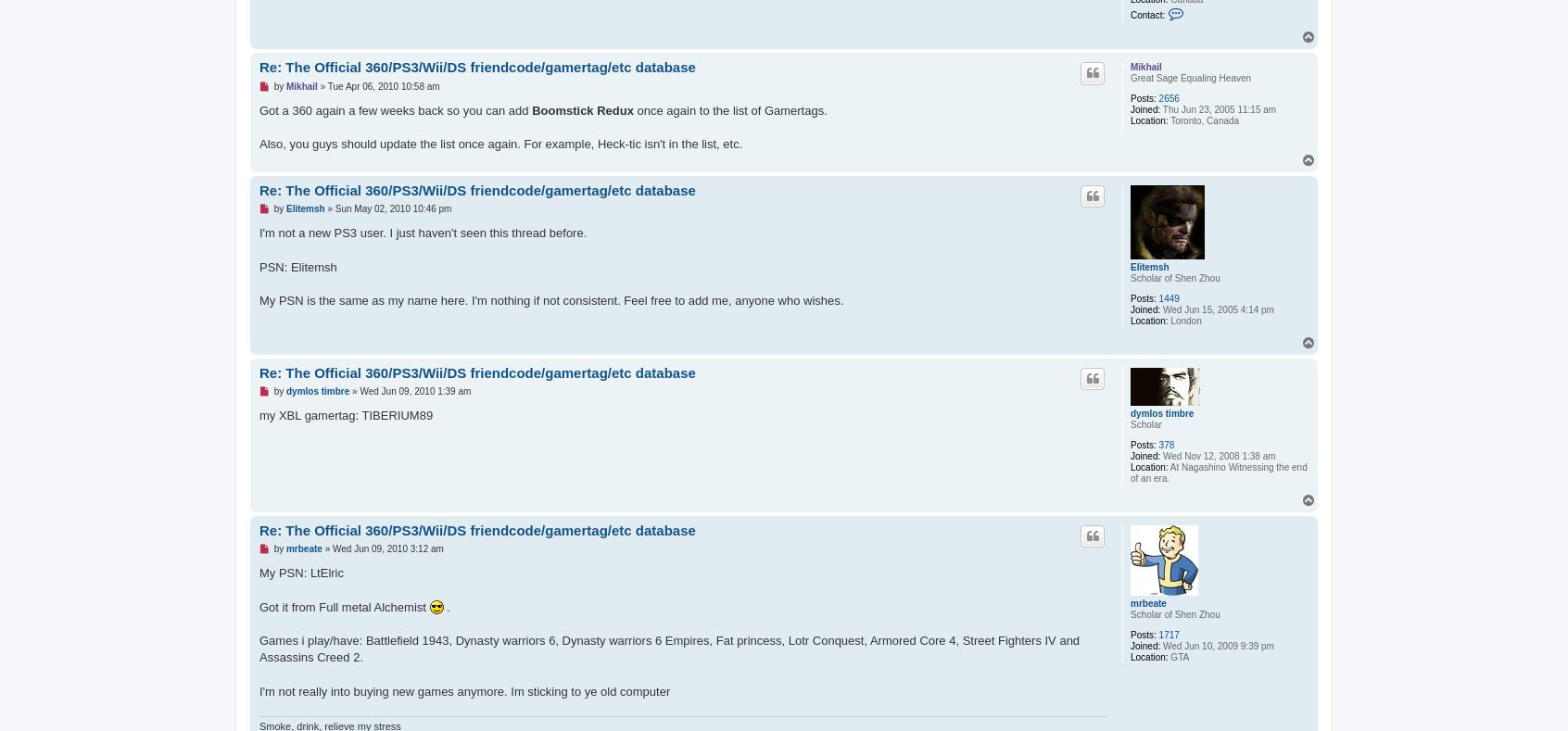  I want to click on '378', so click(1166, 444).